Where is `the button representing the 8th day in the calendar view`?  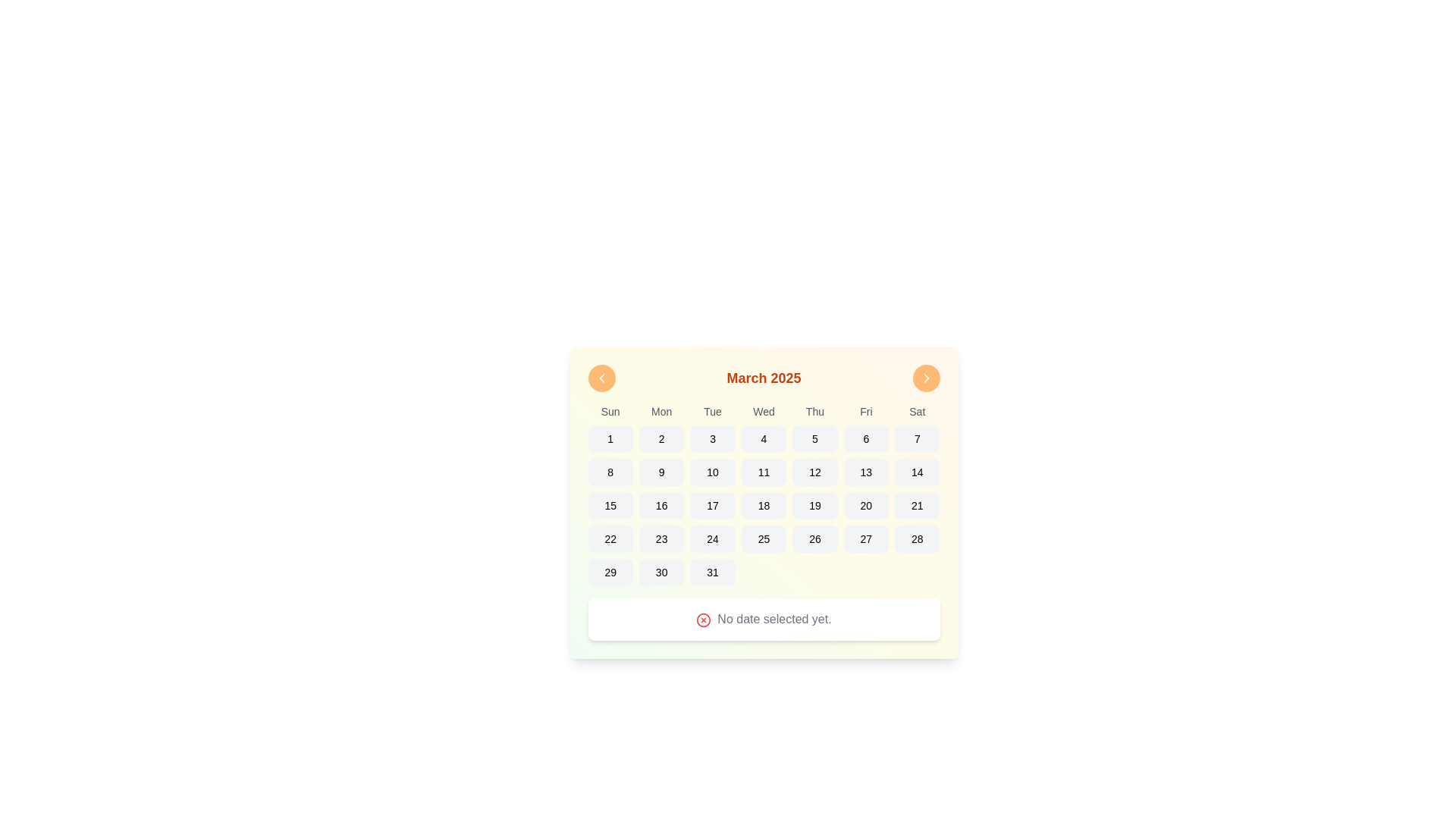
the button representing the 8th day in the calendar view is located at coordinates (610, 472).